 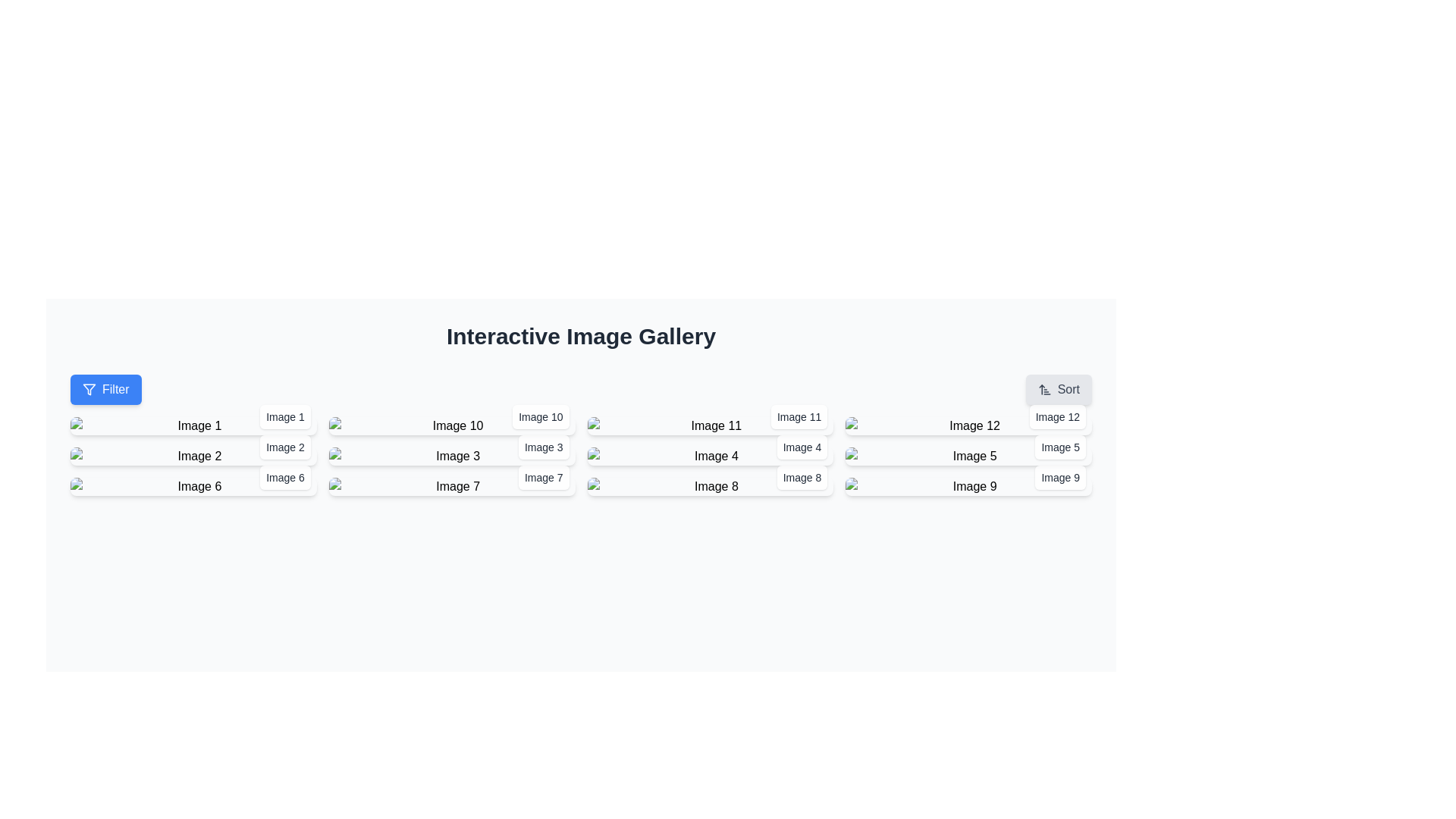 I want to click on the header text 'Interactive Image Gallery' for copying purposes by clicking on it, so click(x=580, y=335).